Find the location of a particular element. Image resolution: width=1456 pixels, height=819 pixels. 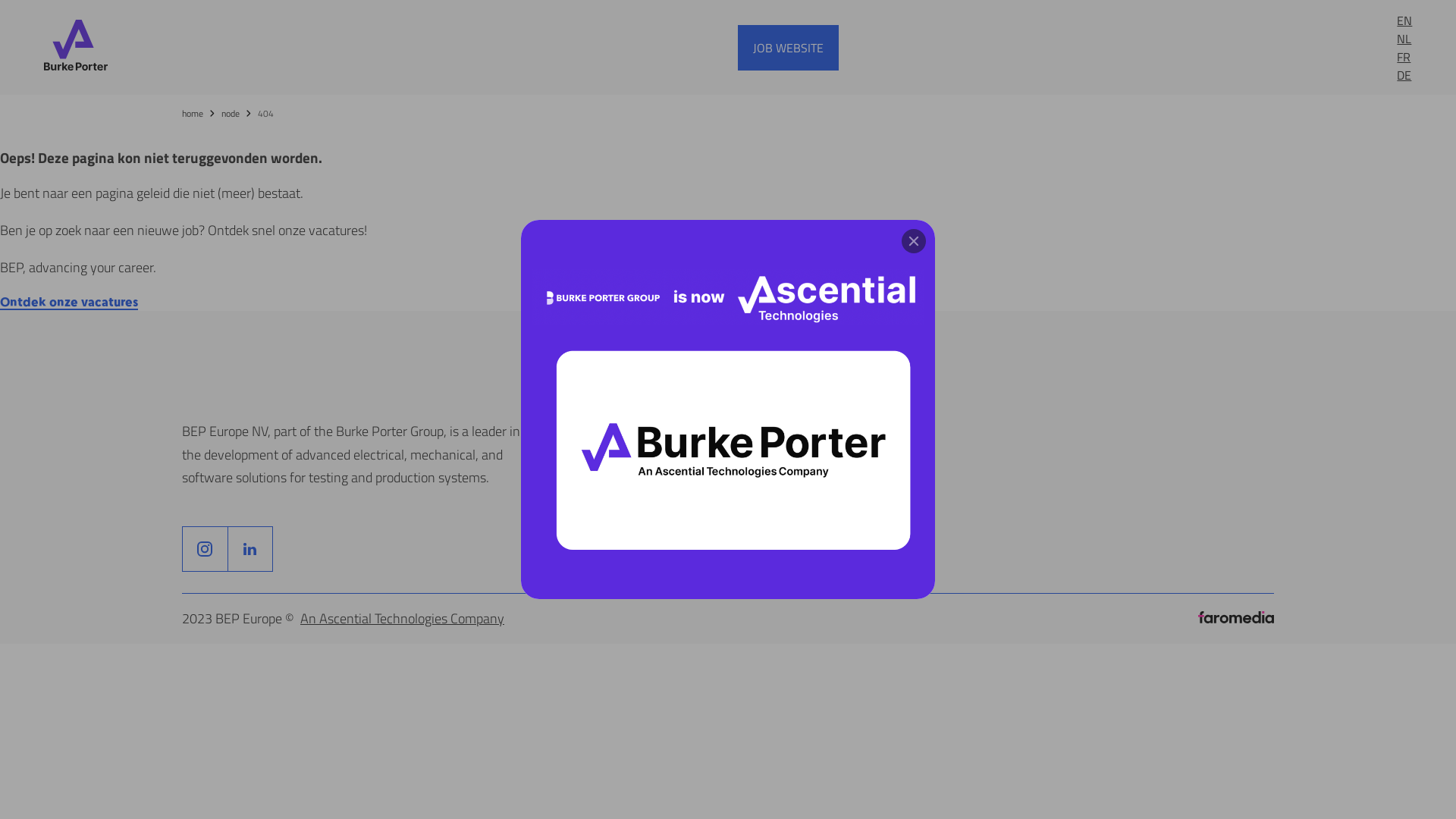

'FR' is located at coordinates (1403, 55).